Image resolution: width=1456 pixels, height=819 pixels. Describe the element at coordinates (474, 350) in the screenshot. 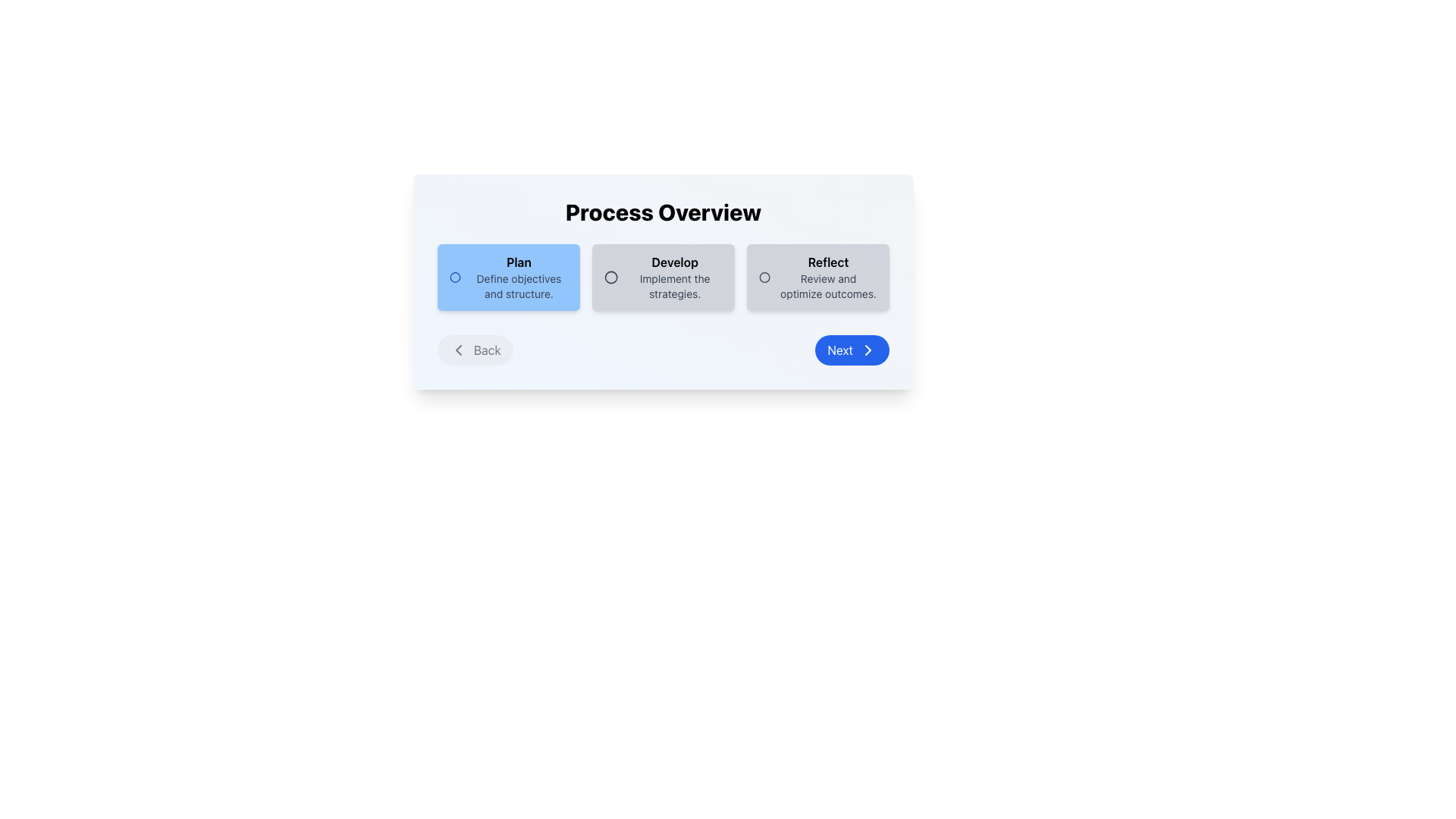

I see `the 'Previous' button located on the left side of the Process Overview section` at that location.